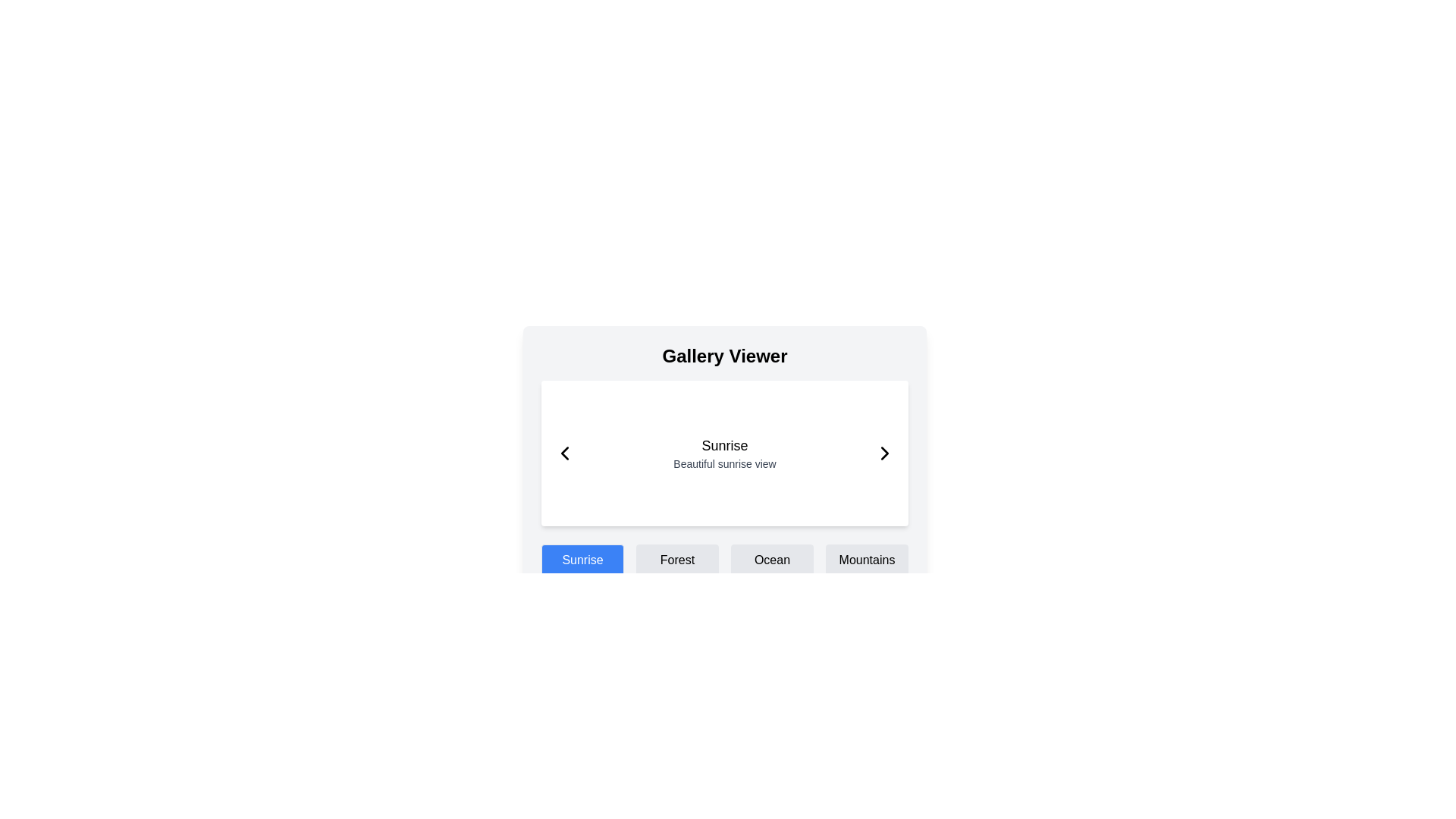  I want to click on the rectangular button labeled 'Ocean' located near the bottom of the interface, so click(772, 560).